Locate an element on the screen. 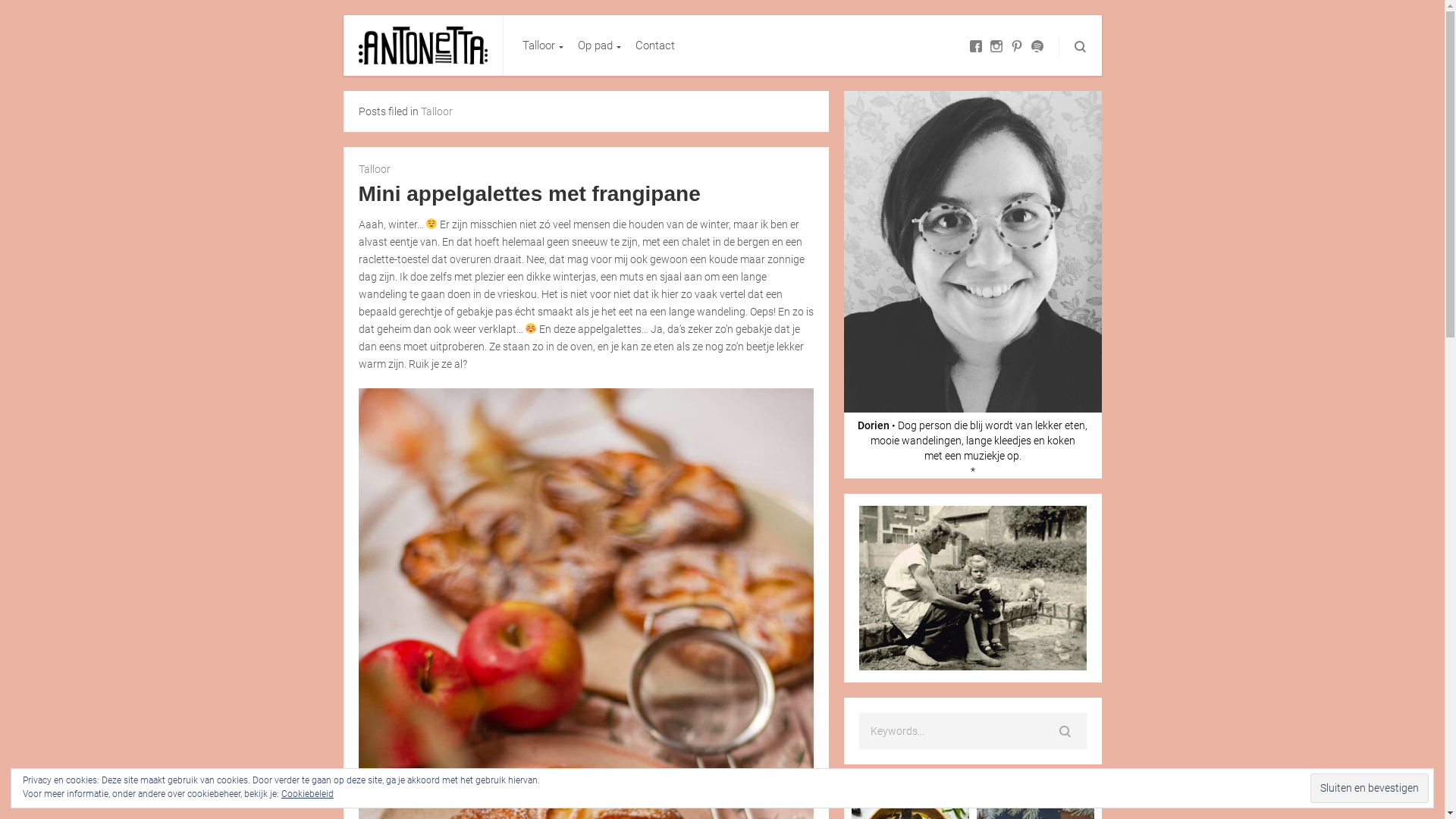  'Contact' is located at coordinates (635, 45).